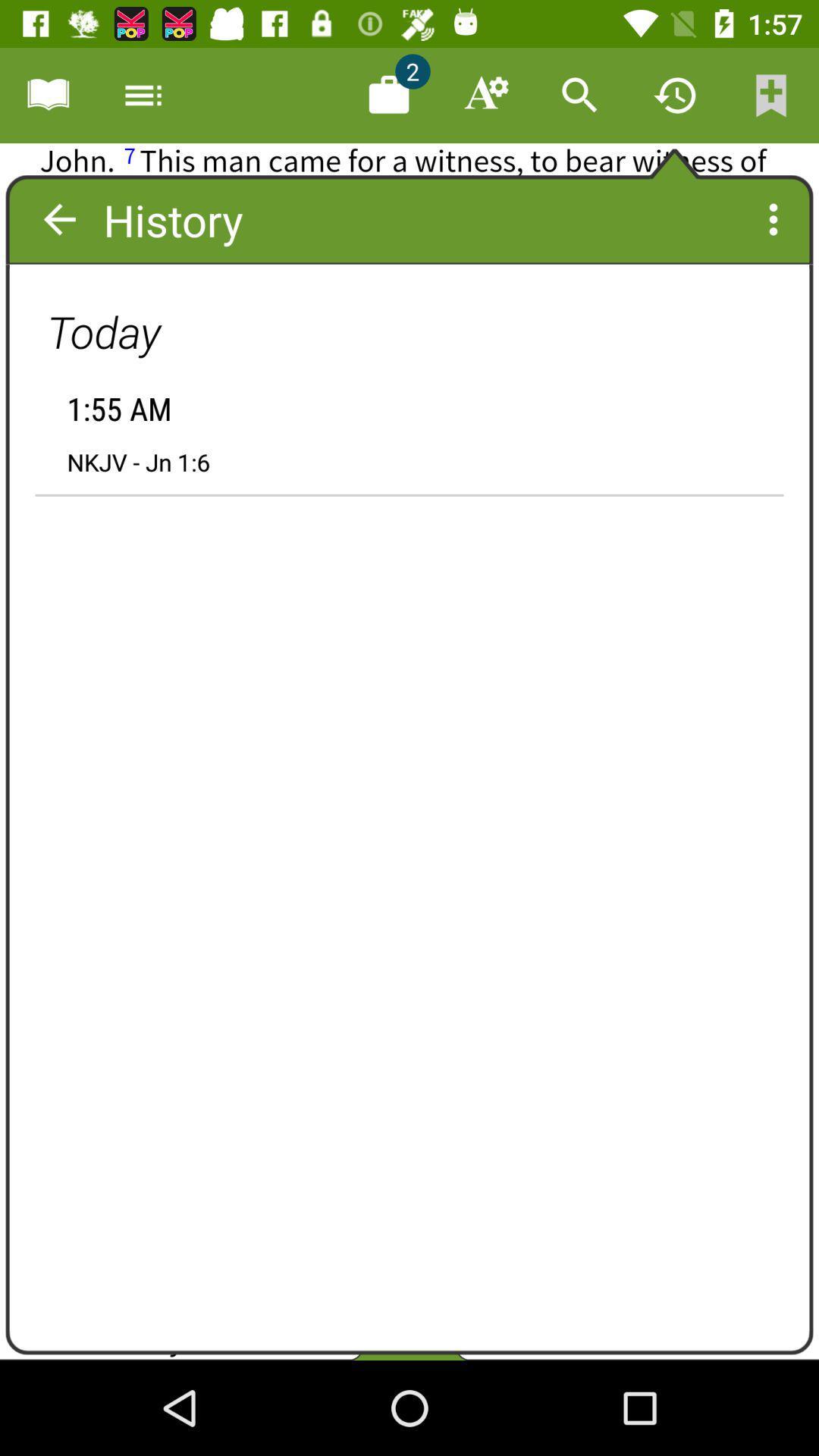 This screenshot has height=1456, width=819. I want to click on the icon in which blue color numeric 2 is present, so click(388, 94).